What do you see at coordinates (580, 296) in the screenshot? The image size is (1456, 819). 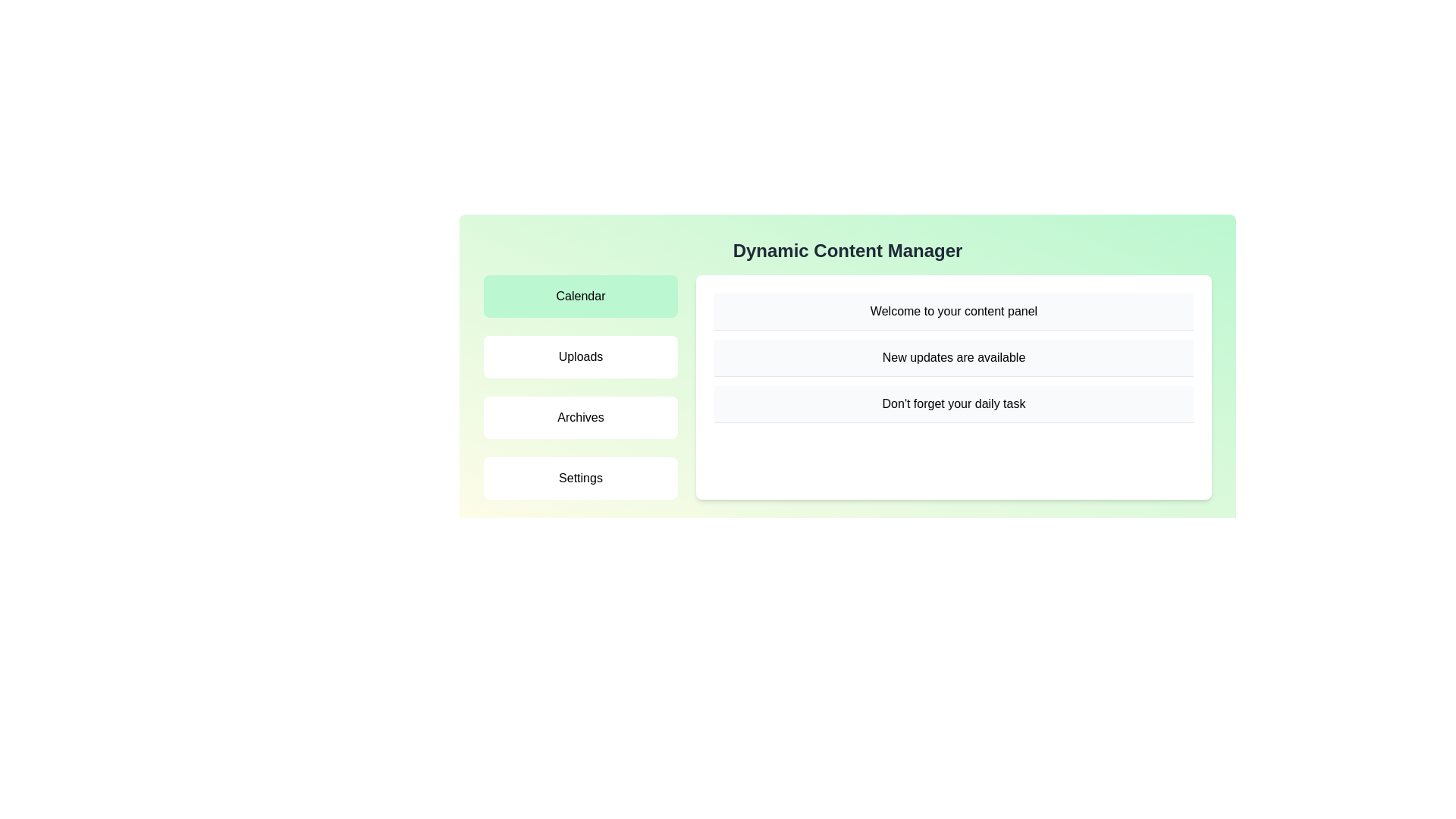 I see `the menu item labeled 'Calendar' to switch to its respective panel` at bounding box center [580, 296].